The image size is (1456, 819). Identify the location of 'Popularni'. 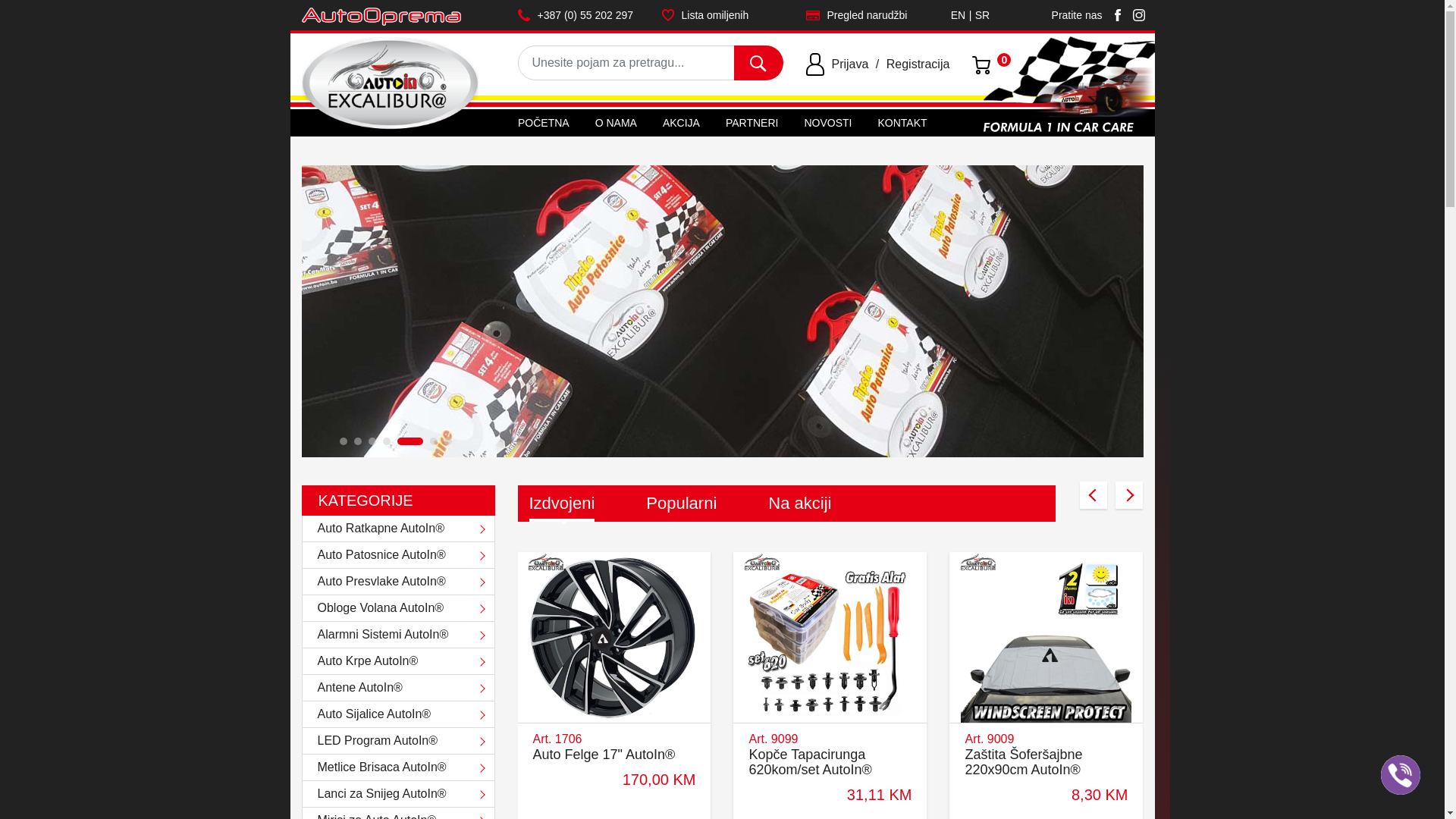
(680, 503).